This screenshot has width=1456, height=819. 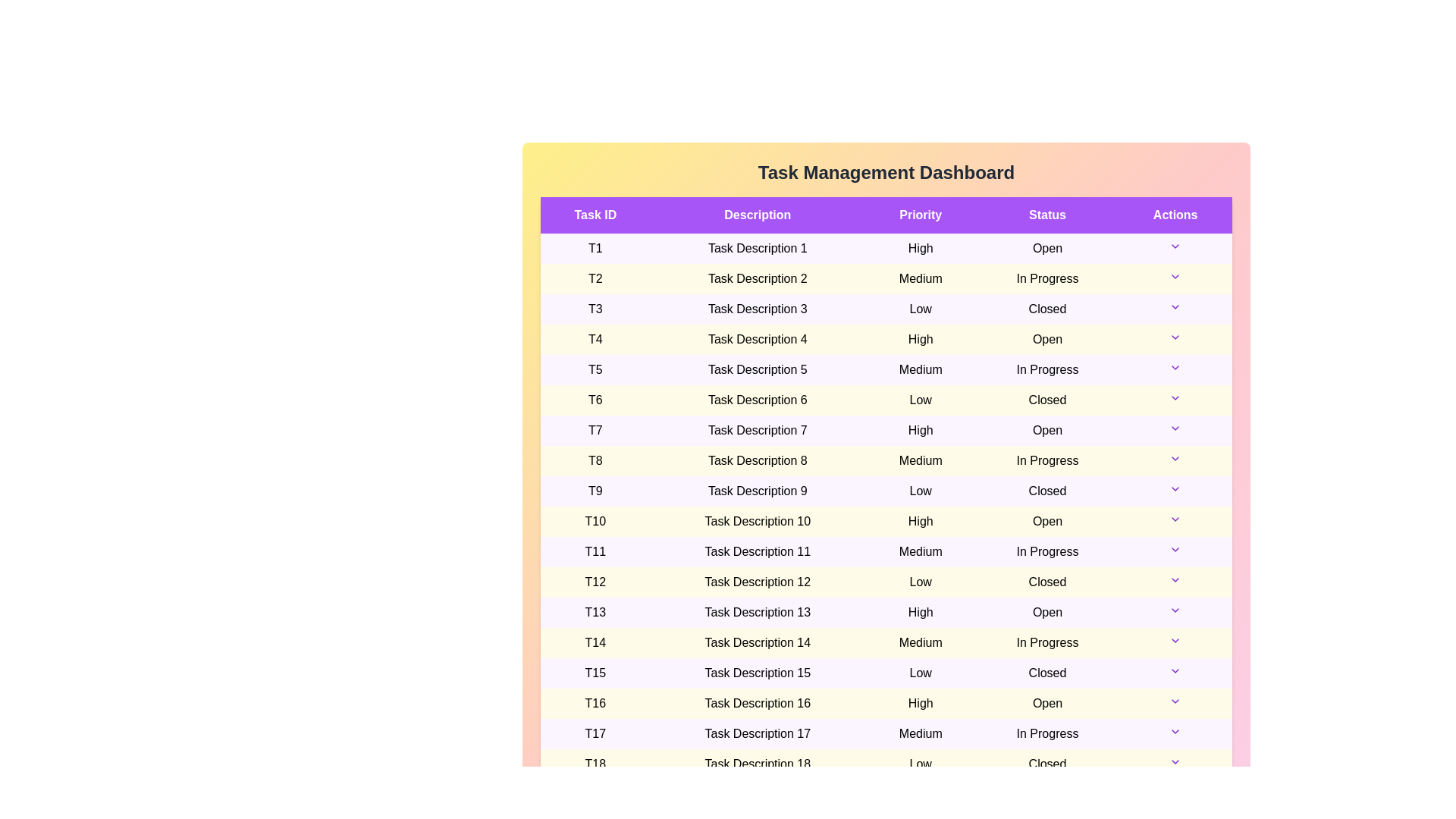 I want to click on the table header Task ID to sort the table by that column, so click(x=595, y=215).